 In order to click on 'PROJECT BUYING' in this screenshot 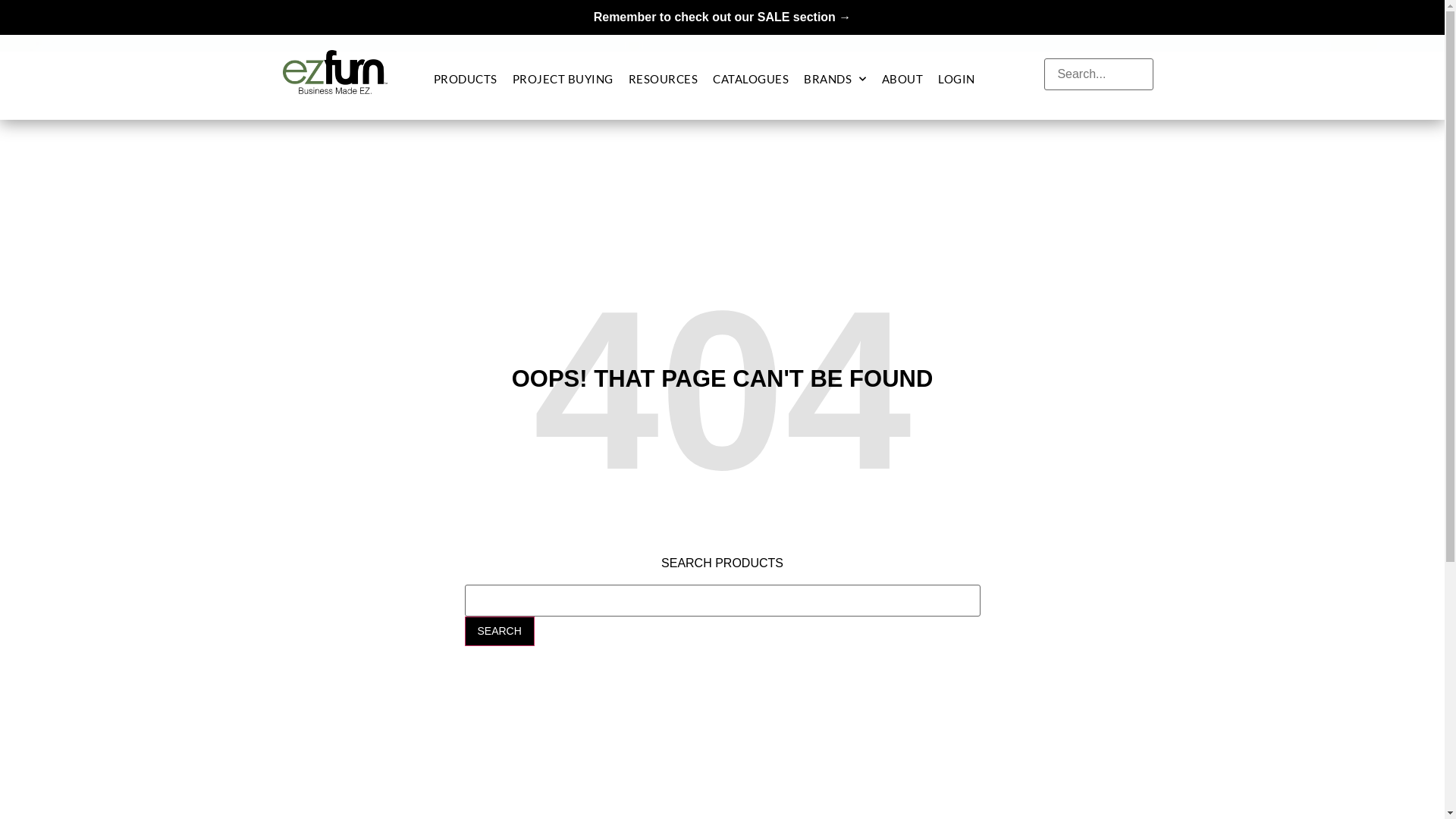, I will do `click(562, 79)`.